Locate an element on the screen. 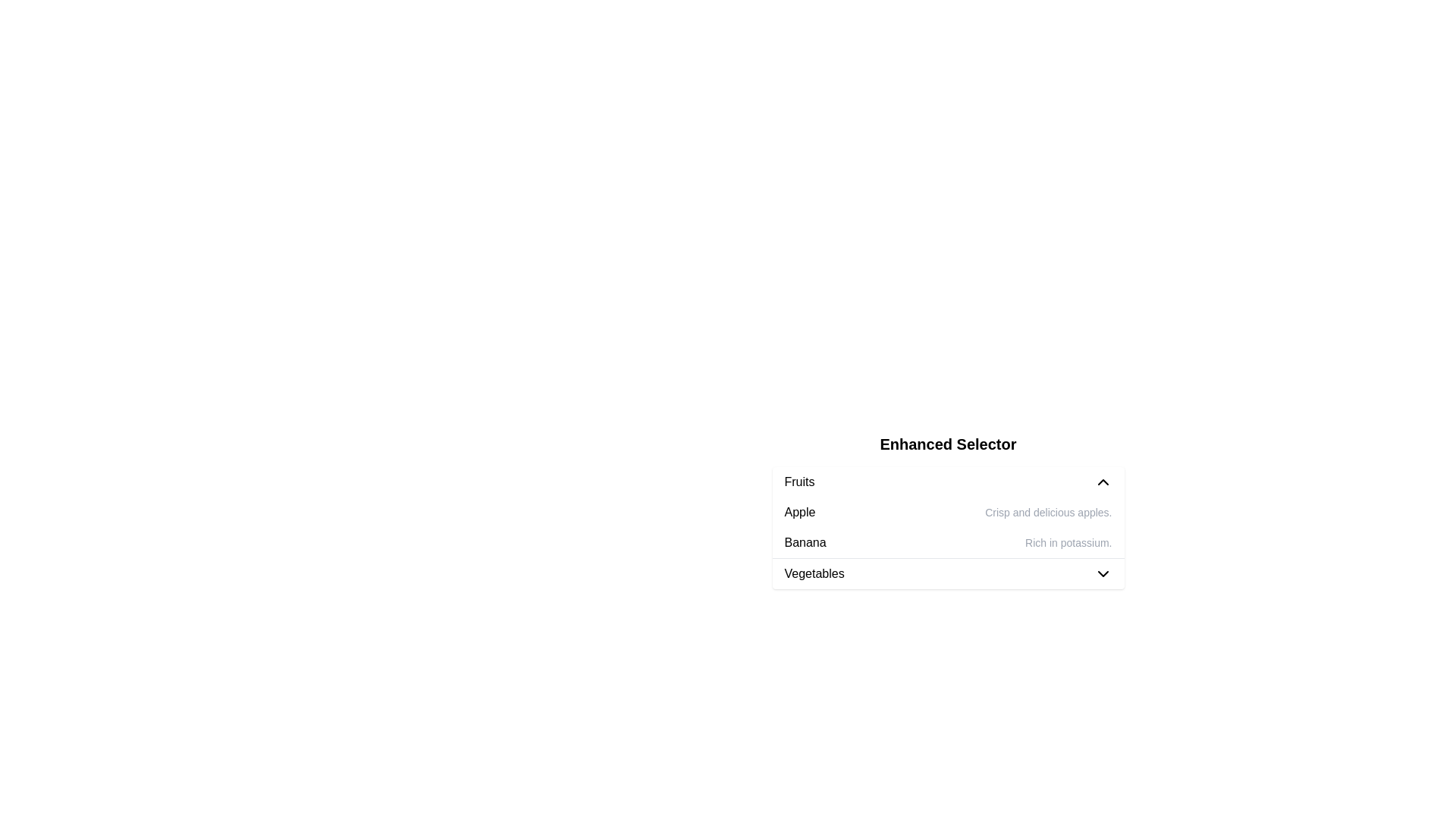 This screenshot has height=819, width=1456. the 'Vegetables' category list item in the dropdown menu is located at coordinates (947, 573).